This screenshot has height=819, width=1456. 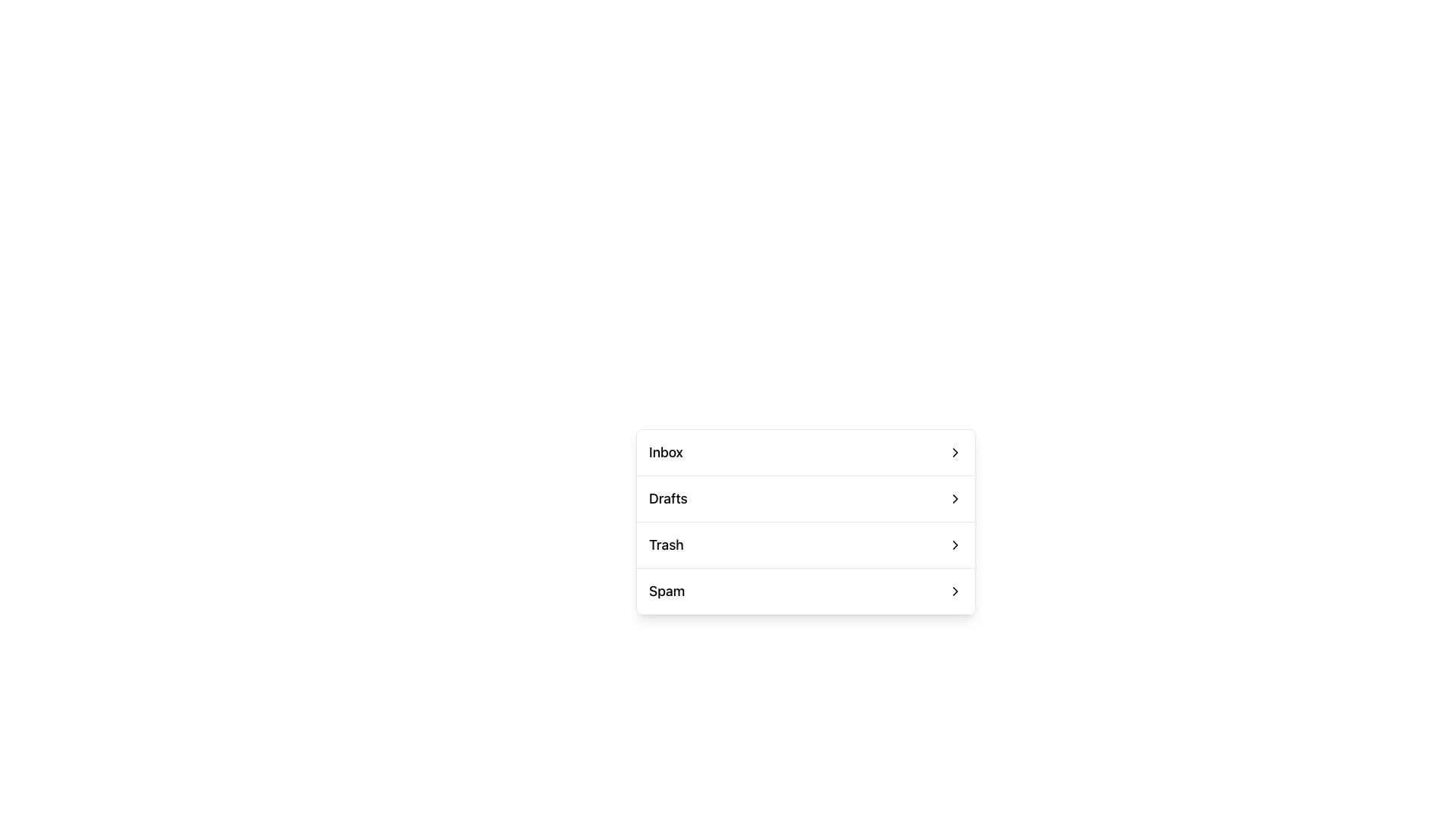 What do you see at coordinates (805, 498) in the screenshot?
I see `keyboard navigation` at bounding box center [805, 498].